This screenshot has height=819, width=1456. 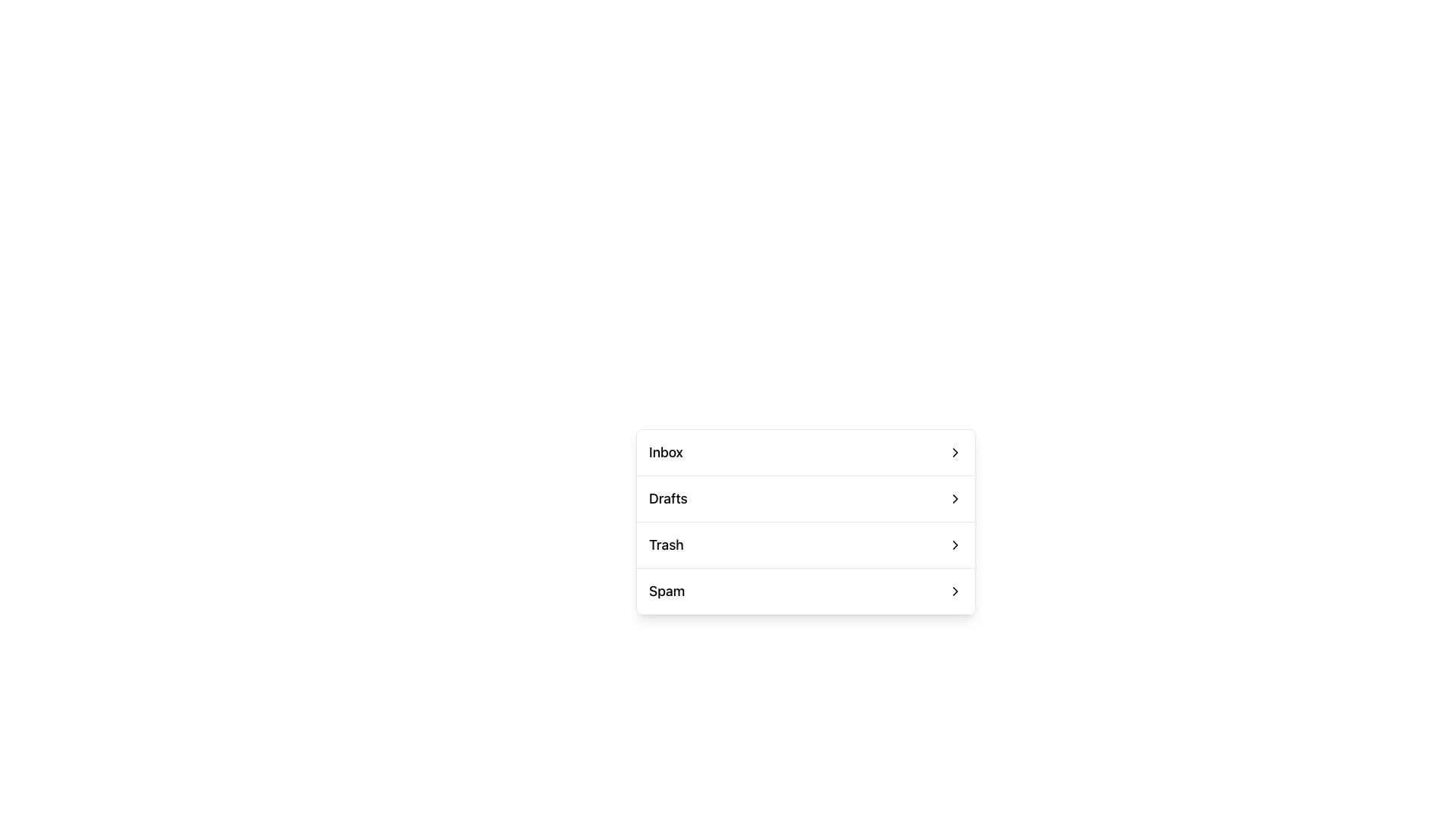 What do you see at coordinates (805, 498) in the screenshot?
I see `keyboard navigation` at bounding box center [805, 498].